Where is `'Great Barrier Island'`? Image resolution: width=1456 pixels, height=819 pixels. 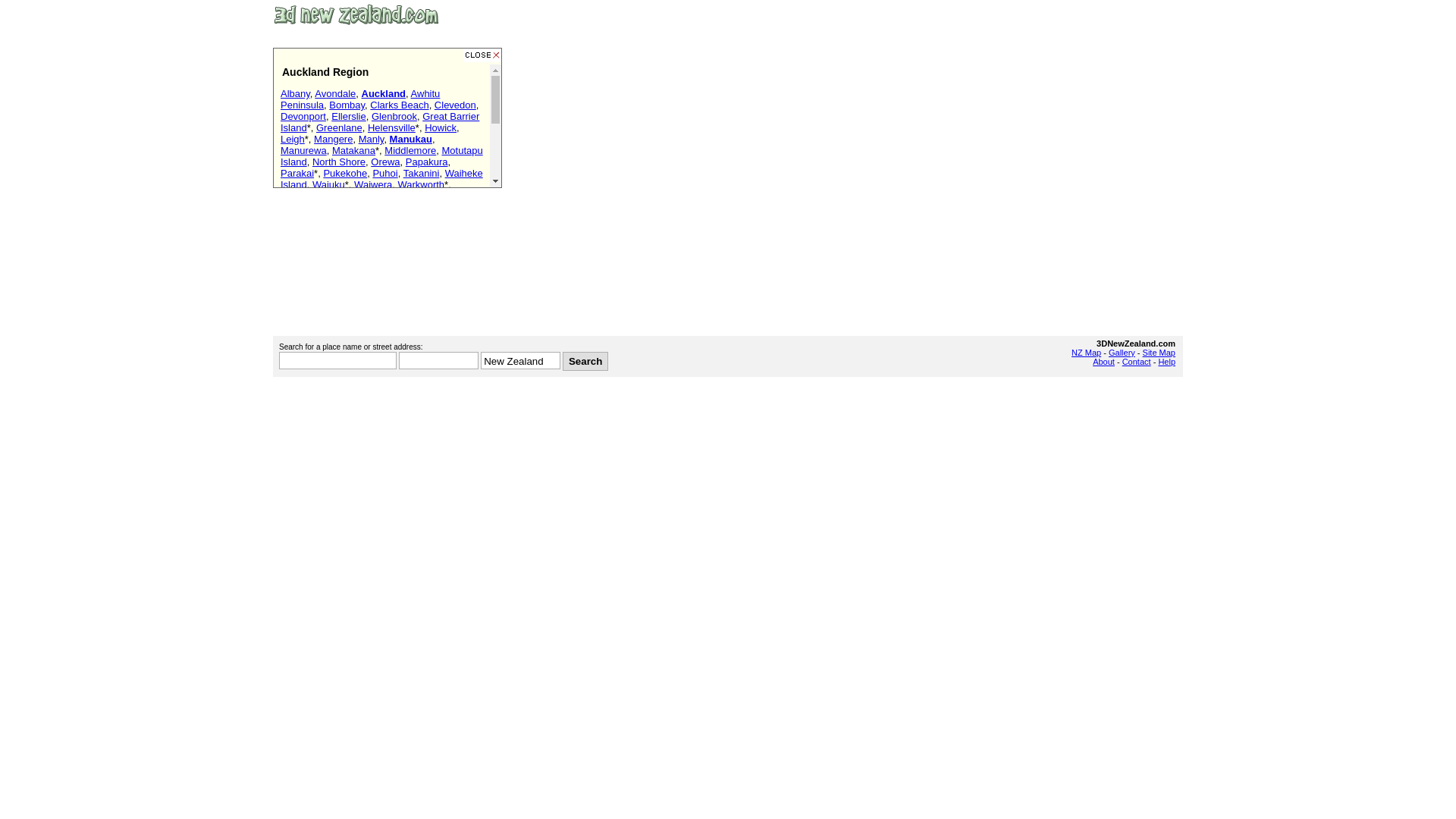 'Great Barrier Island' is located at coordinates (379, 121).